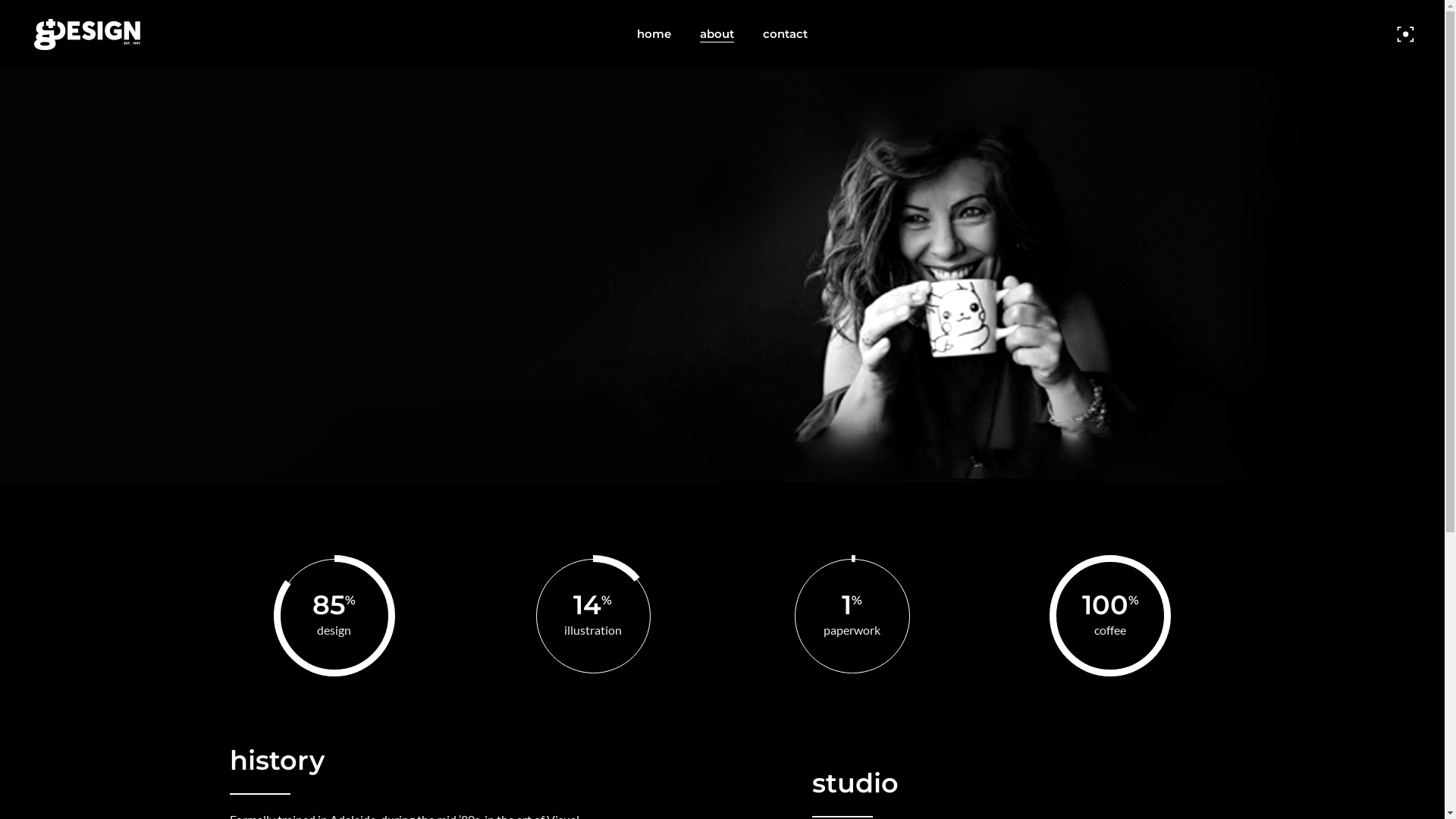  What do you see at coordinates (785, 34) in the screenshot?
I see `'contact'` at bounding box center [785, 34].